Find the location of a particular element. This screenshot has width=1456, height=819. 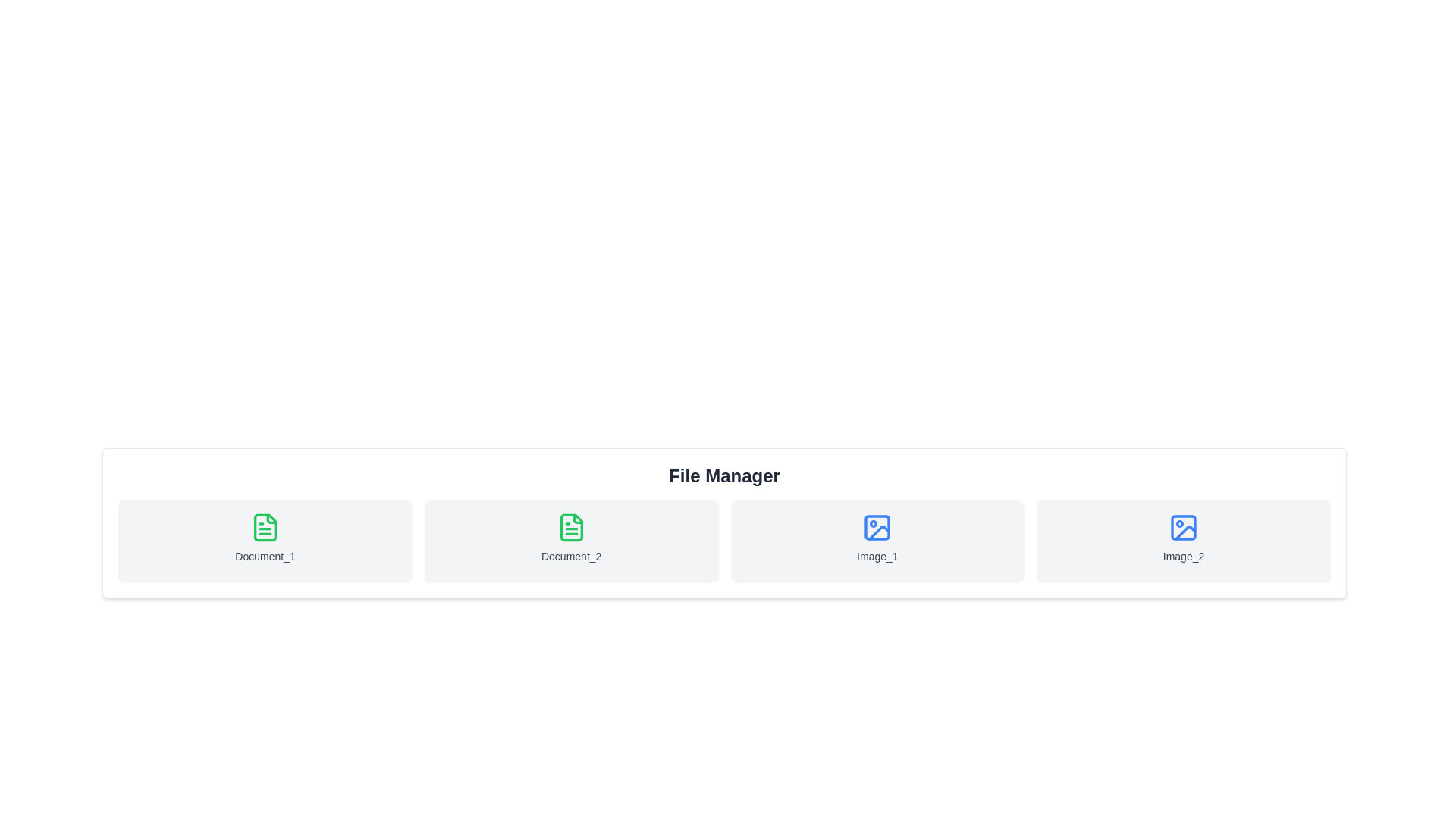

label displaying 'Image_2' which is a small gray text located below the image icon in the fourth card of the horizontally aligned set of cards is located at coordinates (1182, 556).